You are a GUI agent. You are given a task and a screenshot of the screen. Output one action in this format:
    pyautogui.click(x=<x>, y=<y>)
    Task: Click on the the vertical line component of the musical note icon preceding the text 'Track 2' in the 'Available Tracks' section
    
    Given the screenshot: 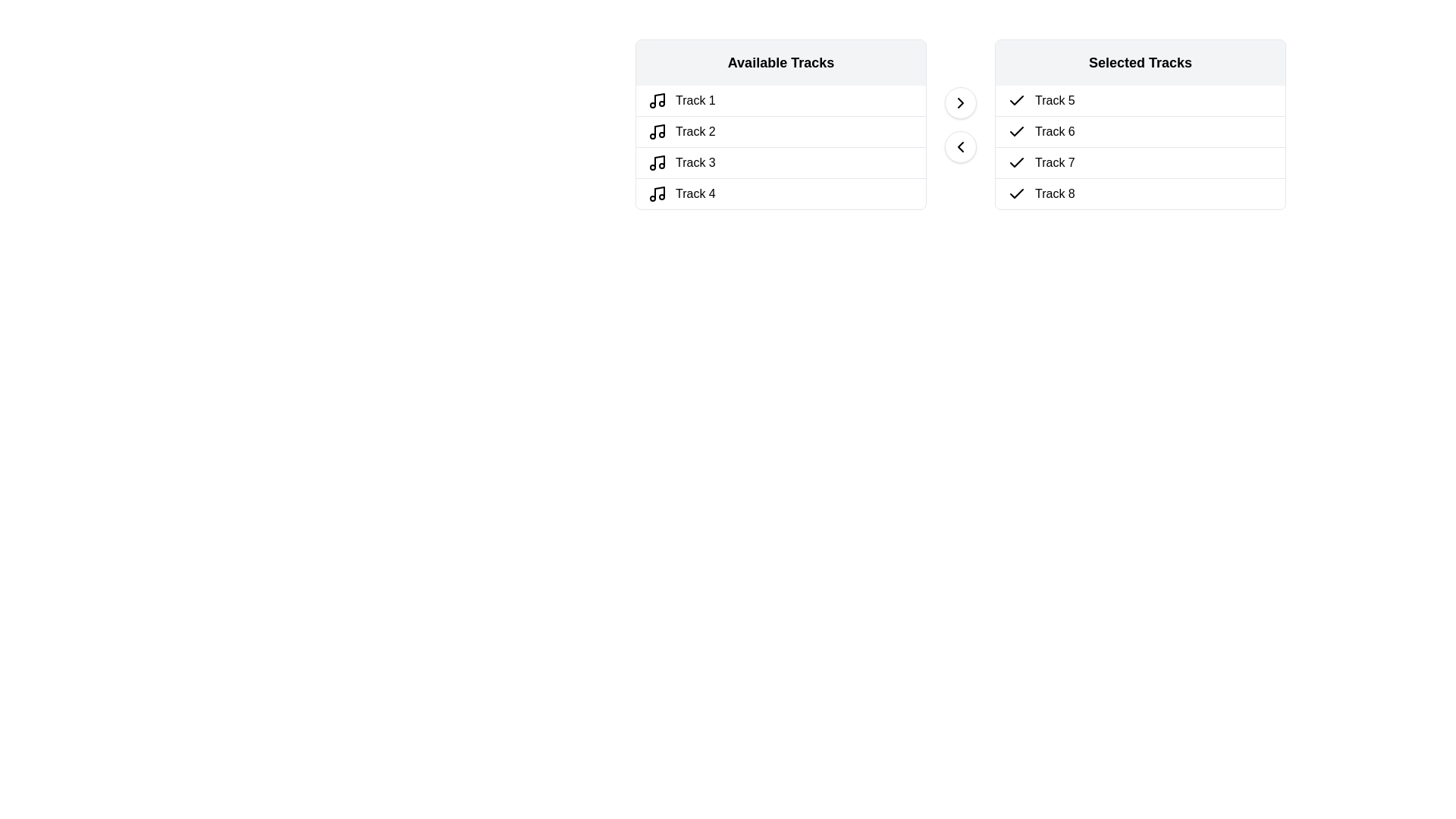 What is the action you would take?
    pyautogui.click(x=659, y=130)
    